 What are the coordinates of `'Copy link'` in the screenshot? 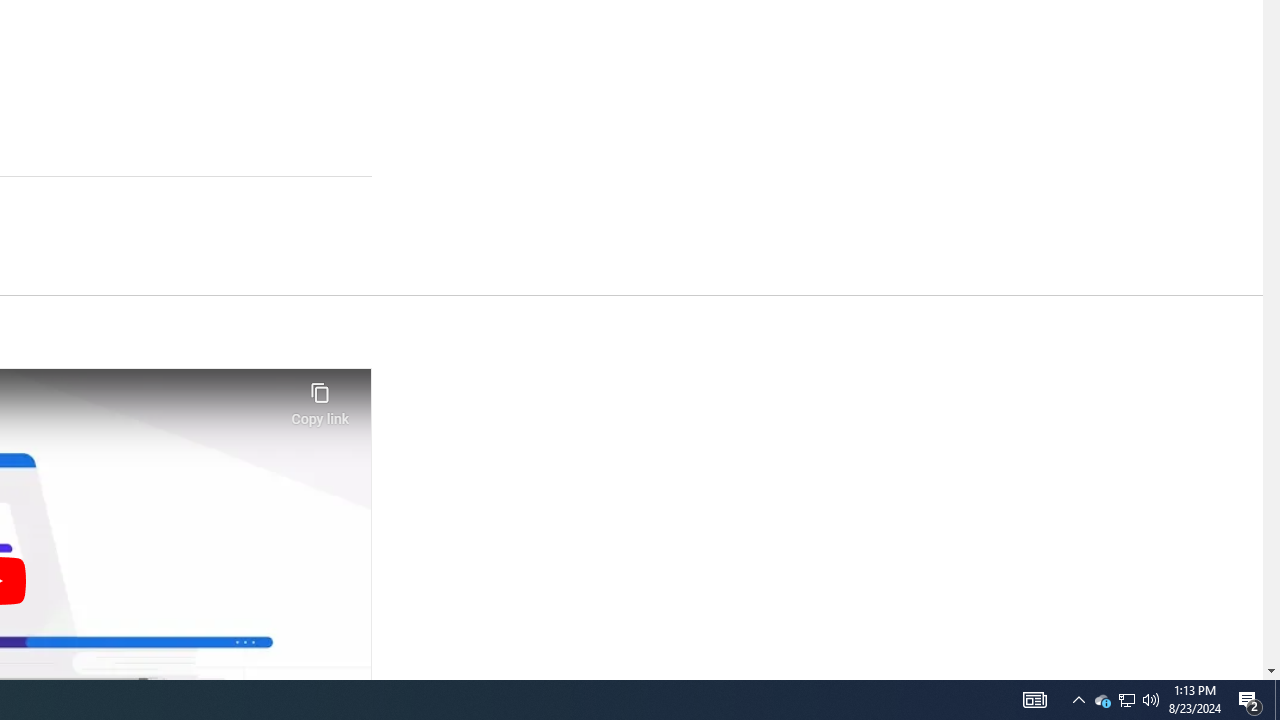 It's located at (320, 398).